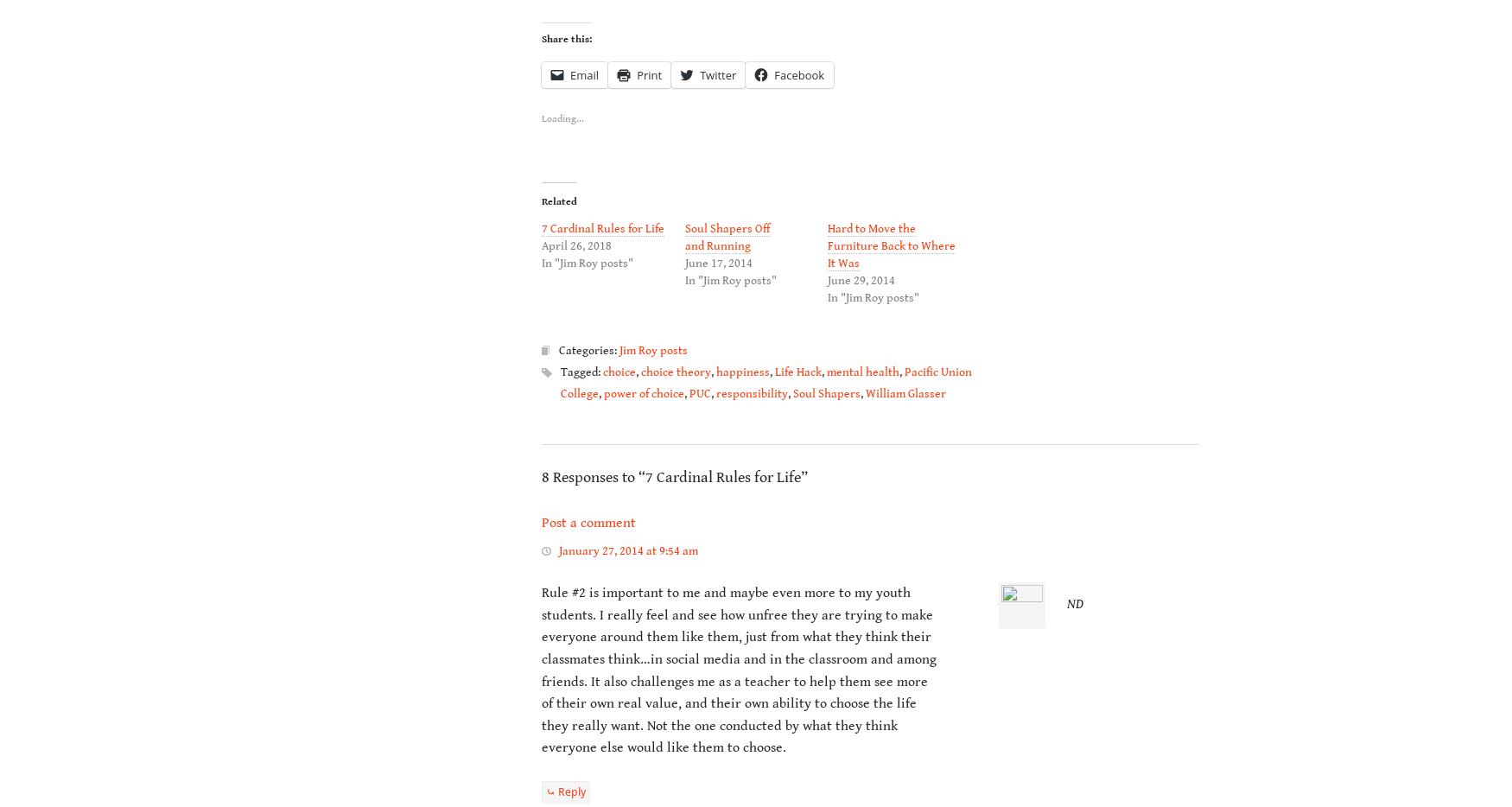 This screenshot has height=807, width=1512. I want to click on 'Share this:', so click(566, 37).